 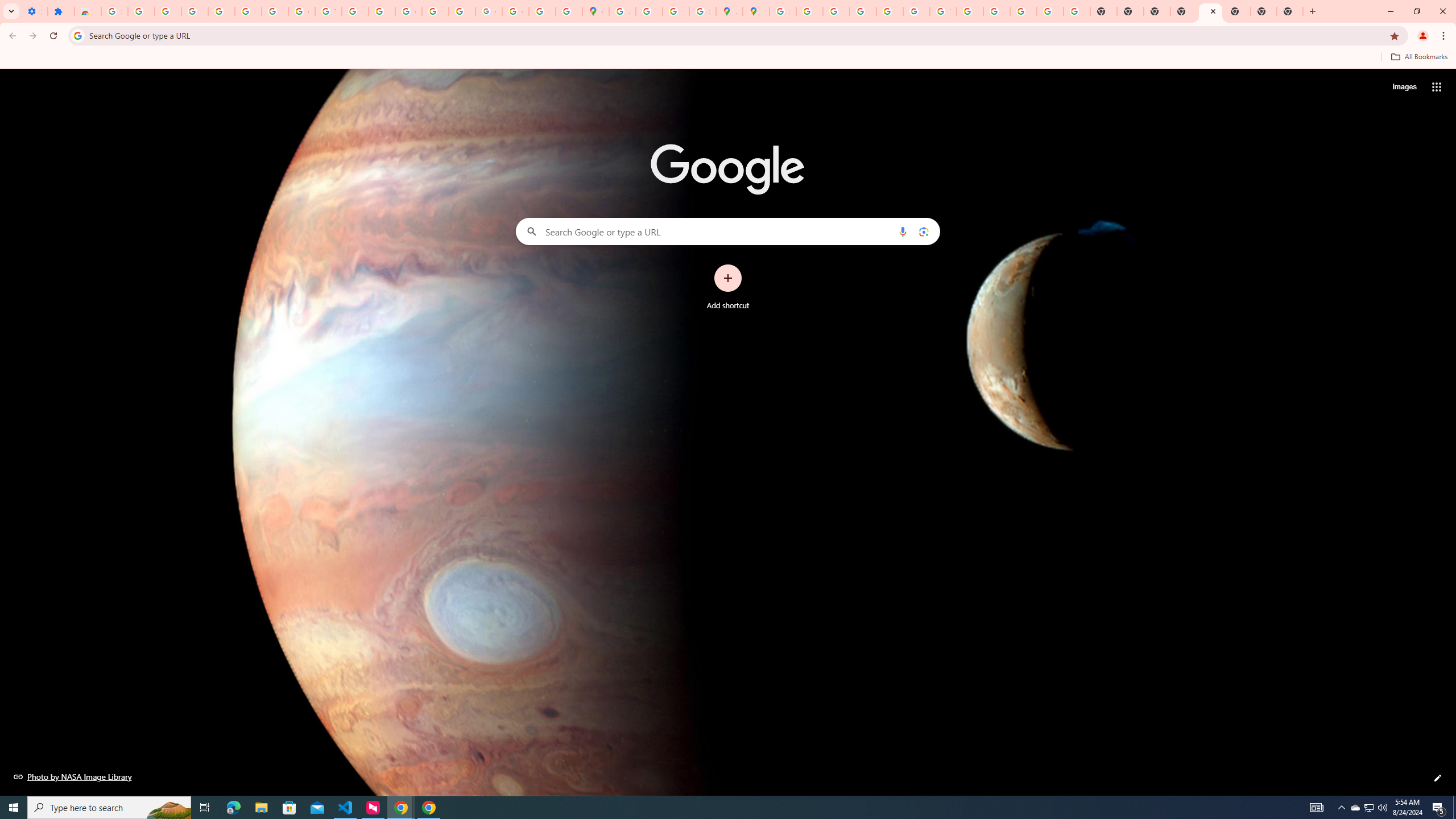 What do you see at coordinates (1262, 11) in the screenshot?
I see `'New Tab'` at bounding box center [1262, 11].